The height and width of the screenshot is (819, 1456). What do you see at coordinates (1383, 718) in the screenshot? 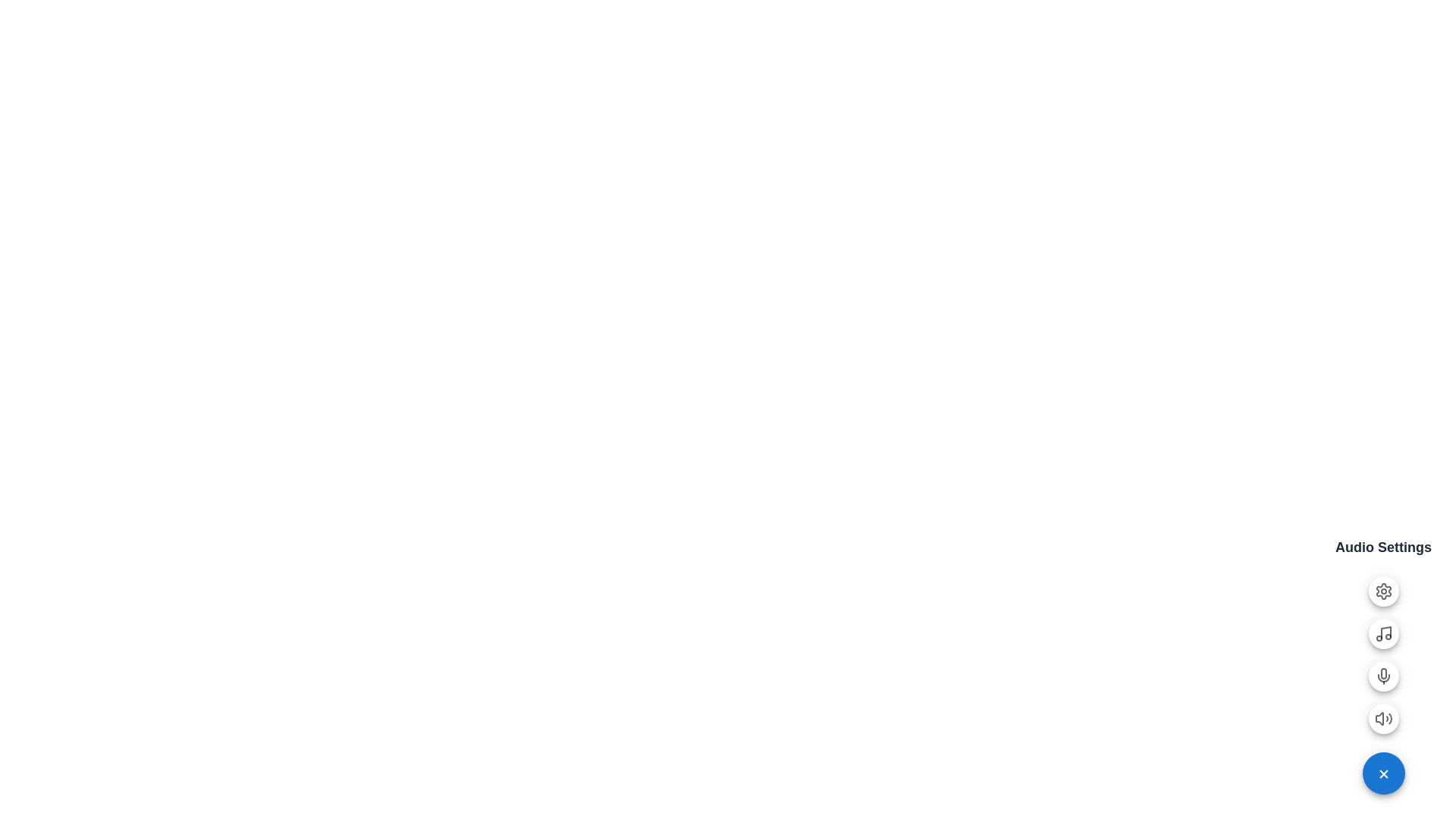
I see `the Floating Action Button (FAB) with a speaker icon` at bounding box center [1383, 718].